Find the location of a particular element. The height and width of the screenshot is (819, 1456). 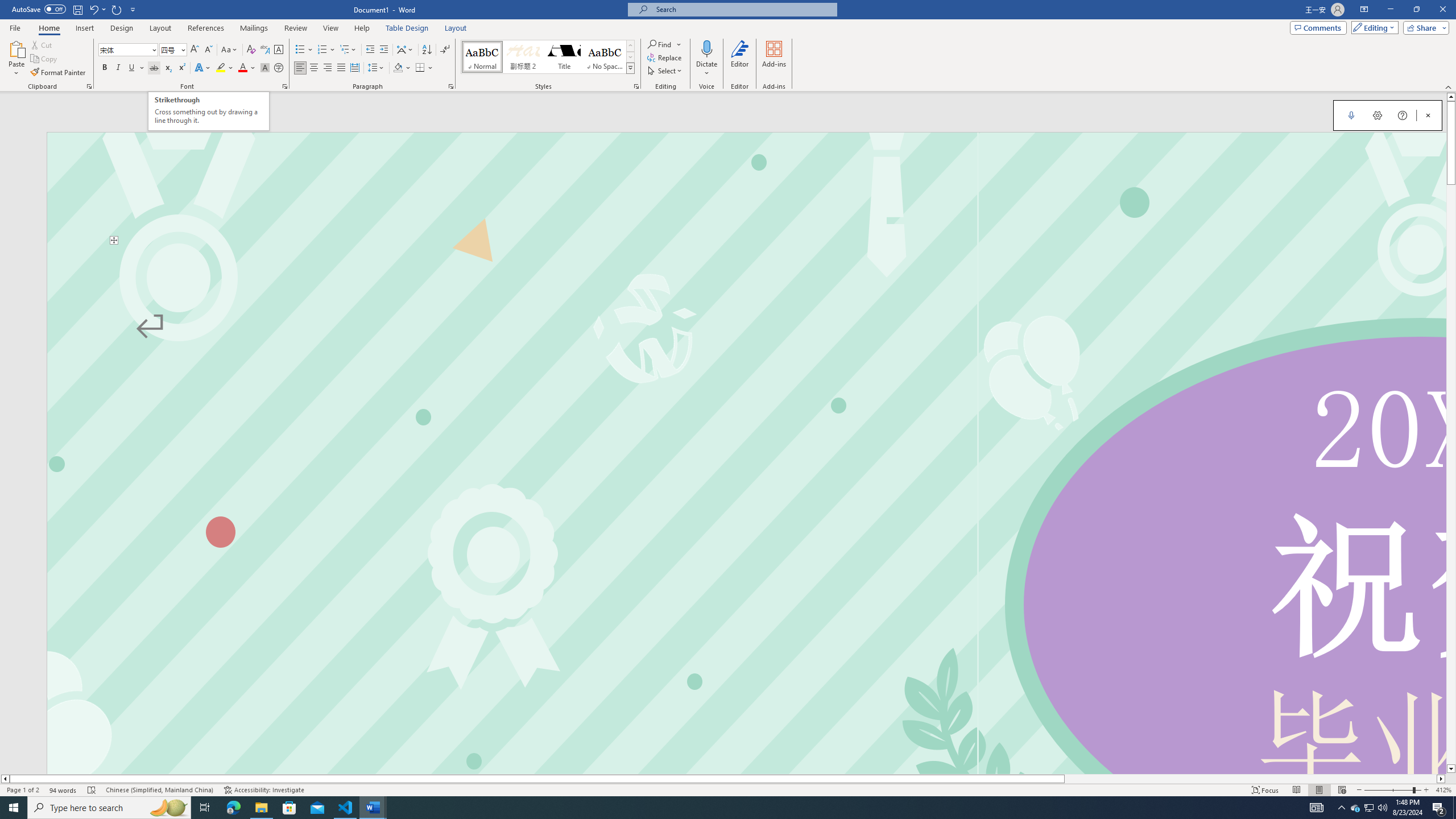

'Line up' is located at coordinates (1451, 96).